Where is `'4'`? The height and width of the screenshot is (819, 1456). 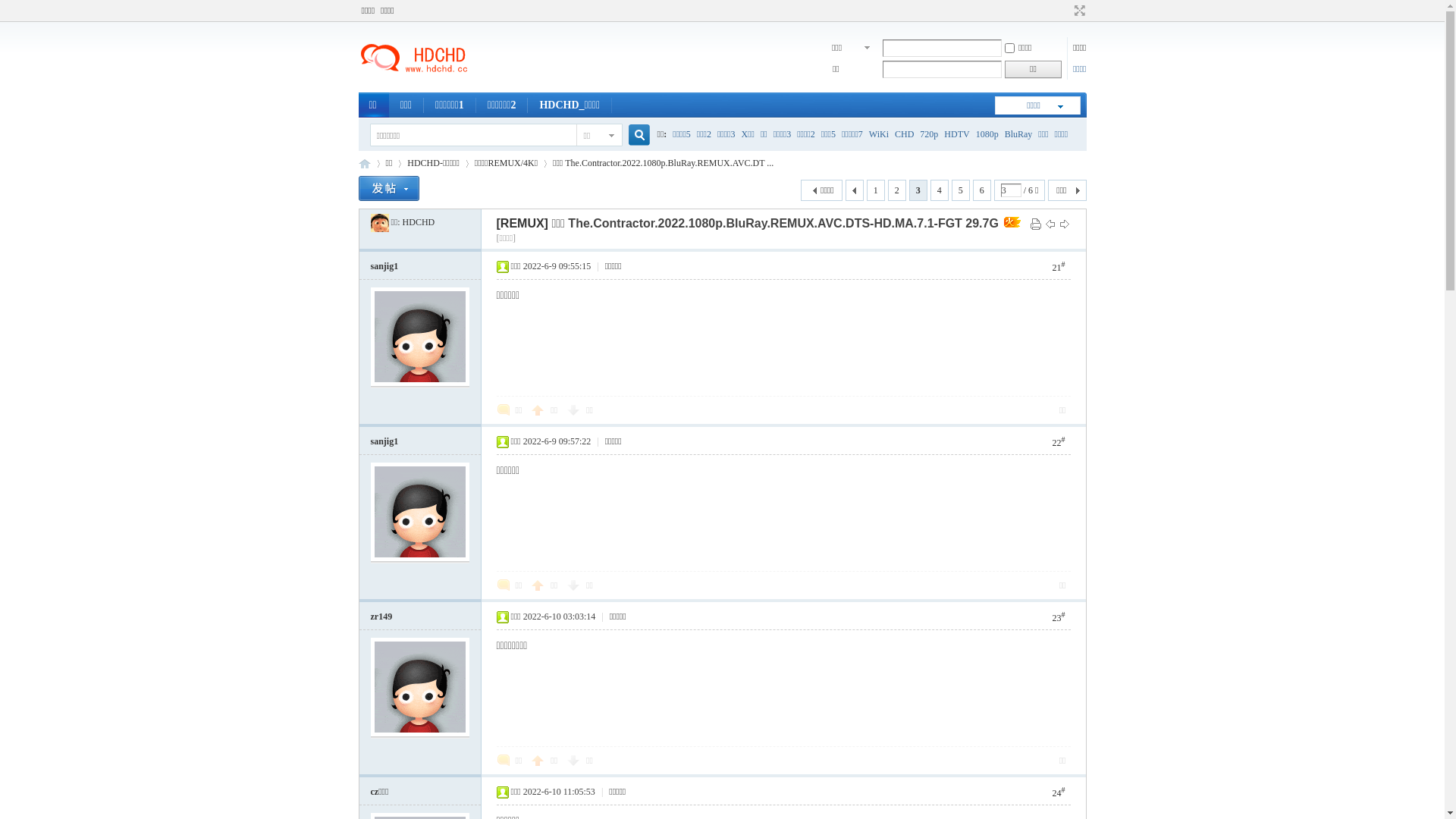
'4' is located at coordinates (938, 189).